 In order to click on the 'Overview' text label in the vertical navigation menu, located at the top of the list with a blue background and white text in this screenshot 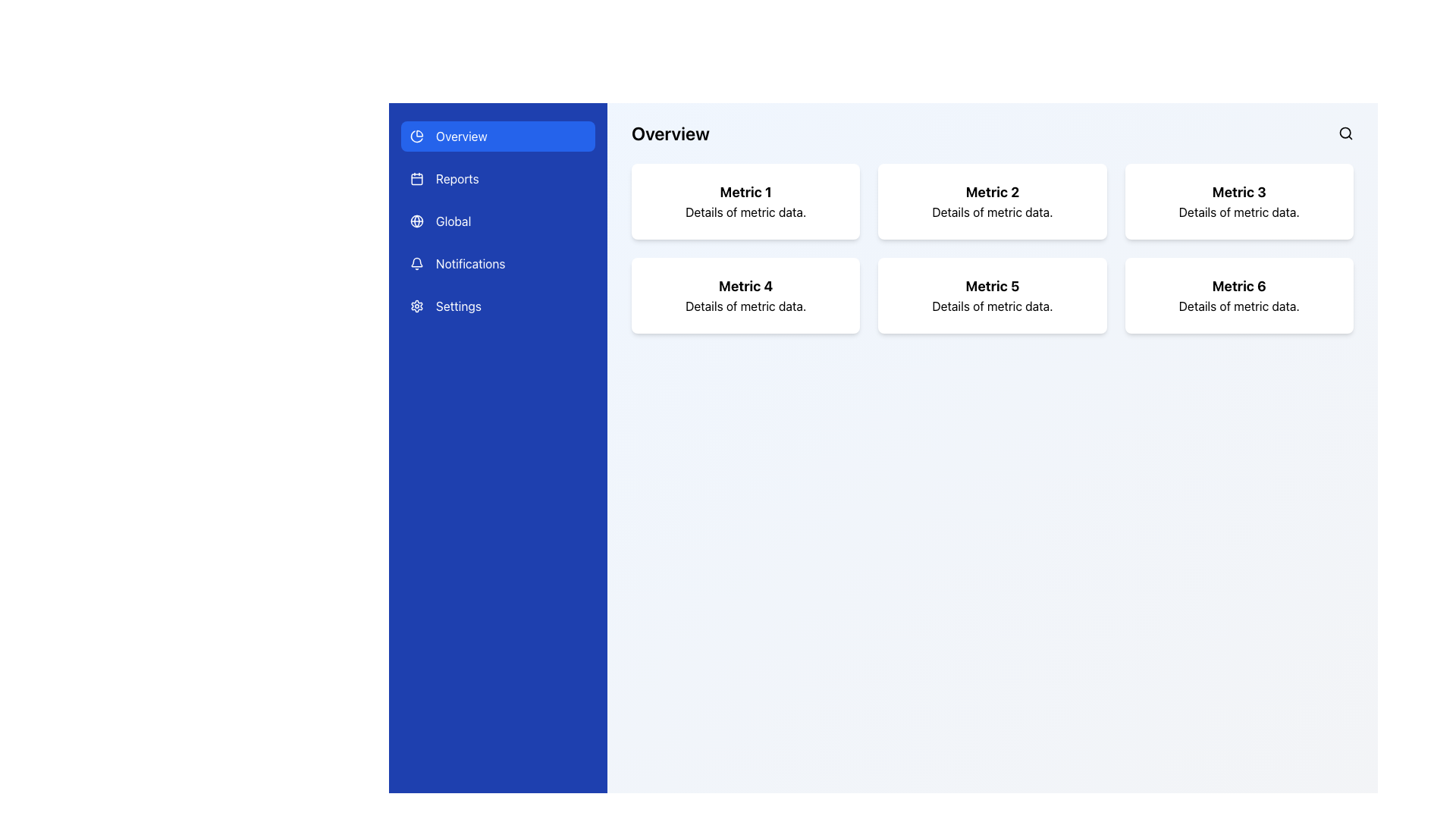, I will do `click(460, 136)`.